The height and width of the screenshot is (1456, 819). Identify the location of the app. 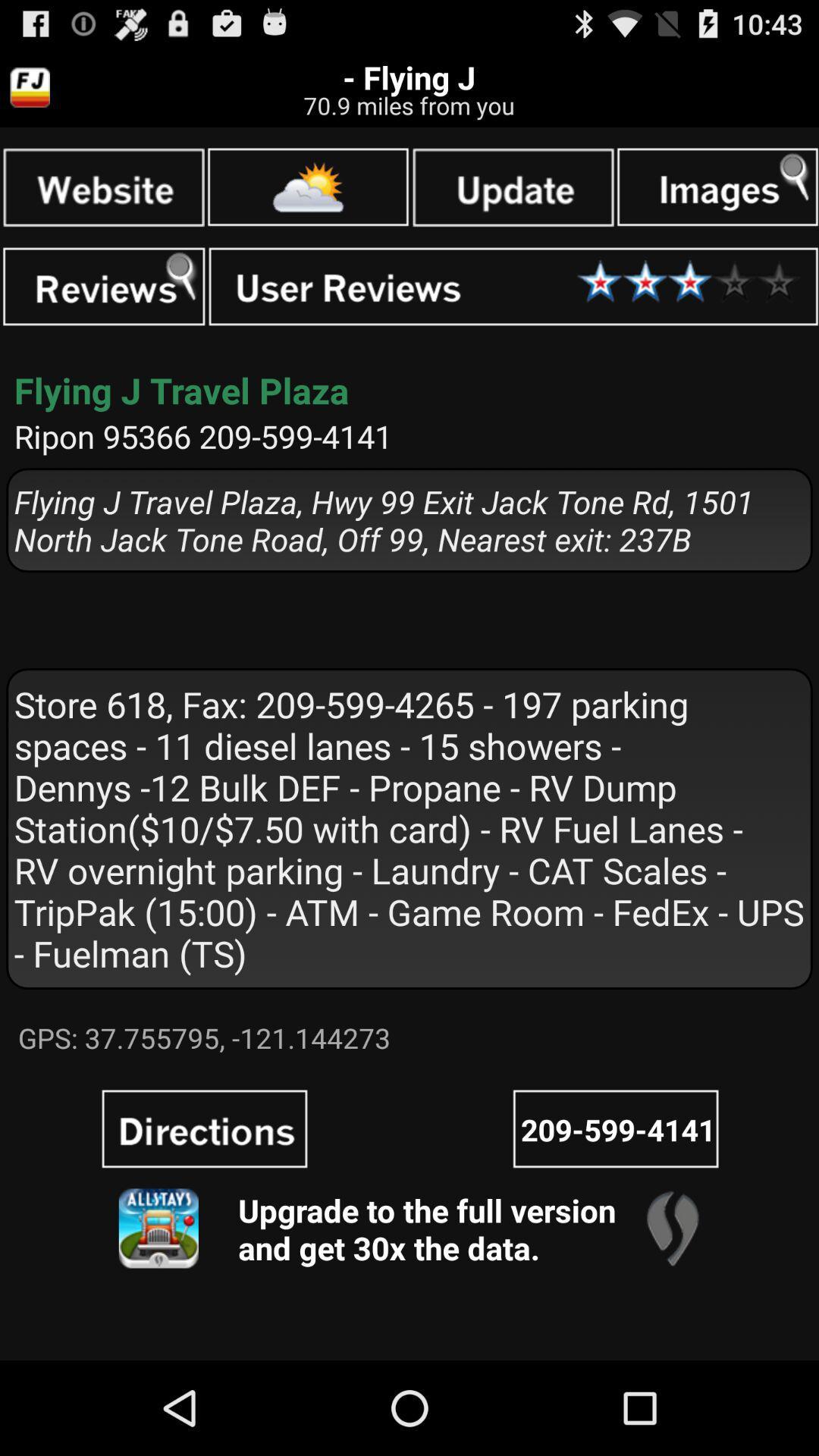
(512, 186).